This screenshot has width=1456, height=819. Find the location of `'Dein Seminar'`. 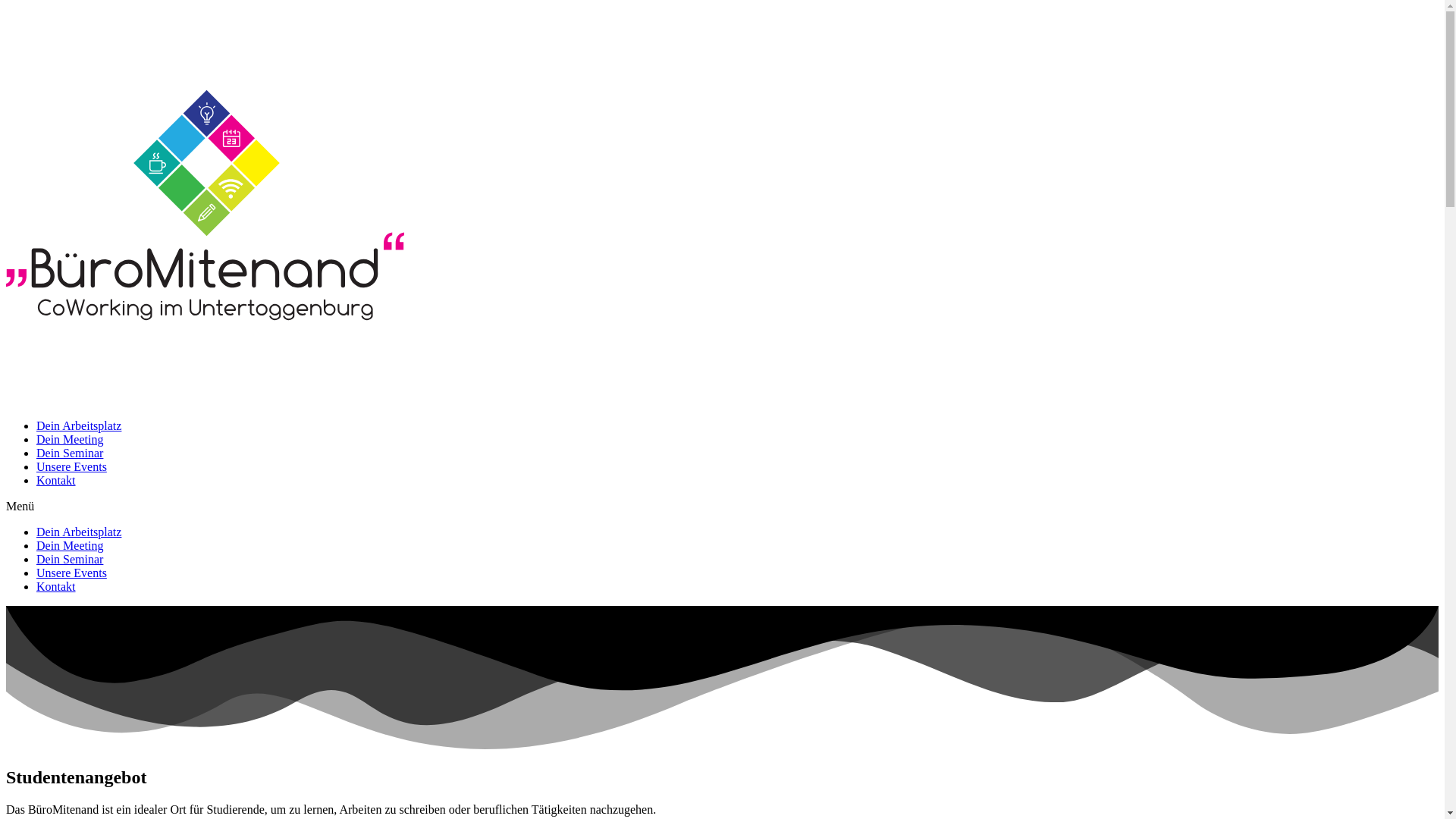

'Dein Seminar' is located at coordinates (68, 452).